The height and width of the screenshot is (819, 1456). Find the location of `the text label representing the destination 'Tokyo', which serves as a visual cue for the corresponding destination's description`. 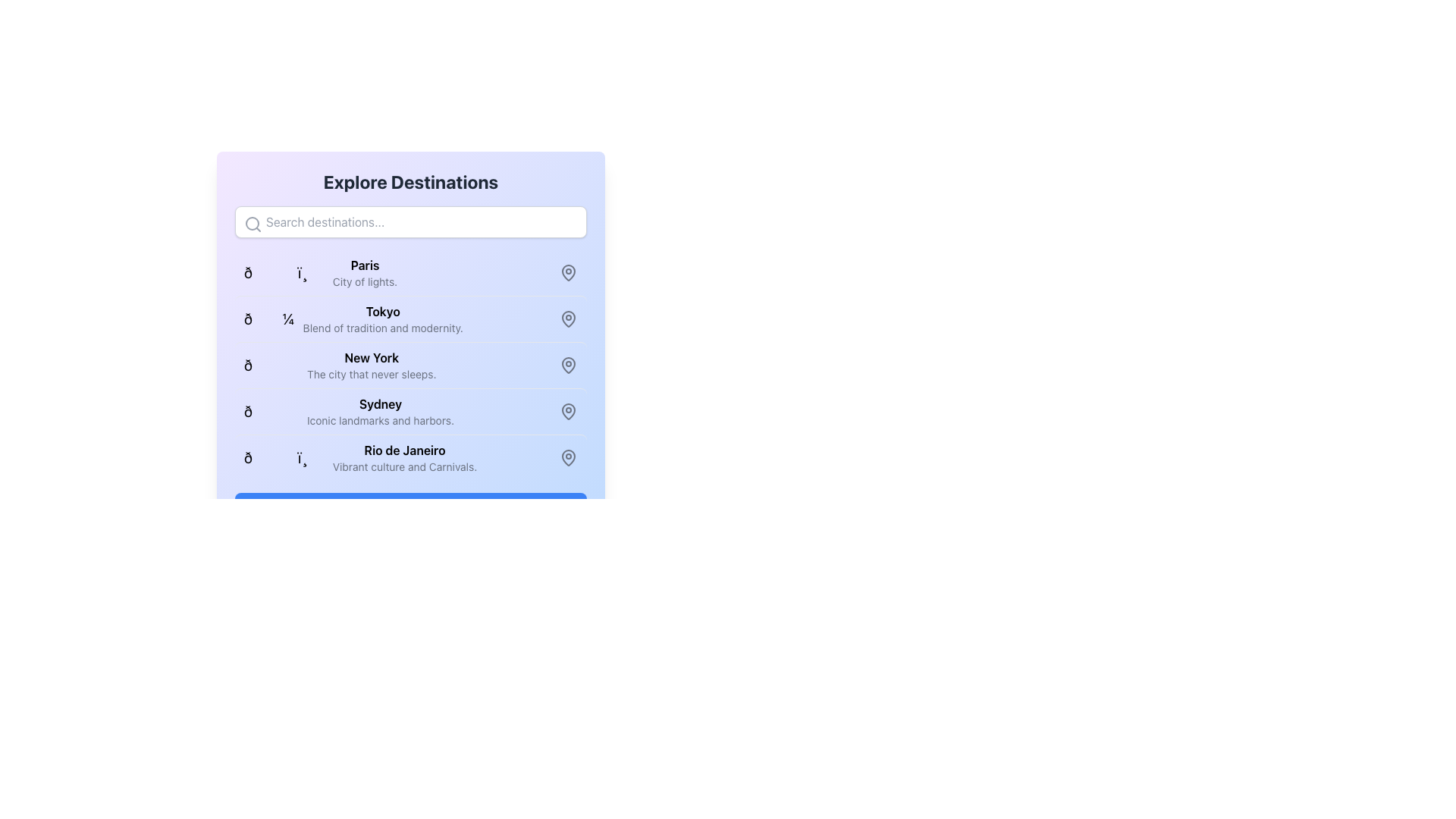

the text label representing the destination 'Tokyo', which serves as a visual cue for the corresponding destination's description is located at coordinates (383, 311).